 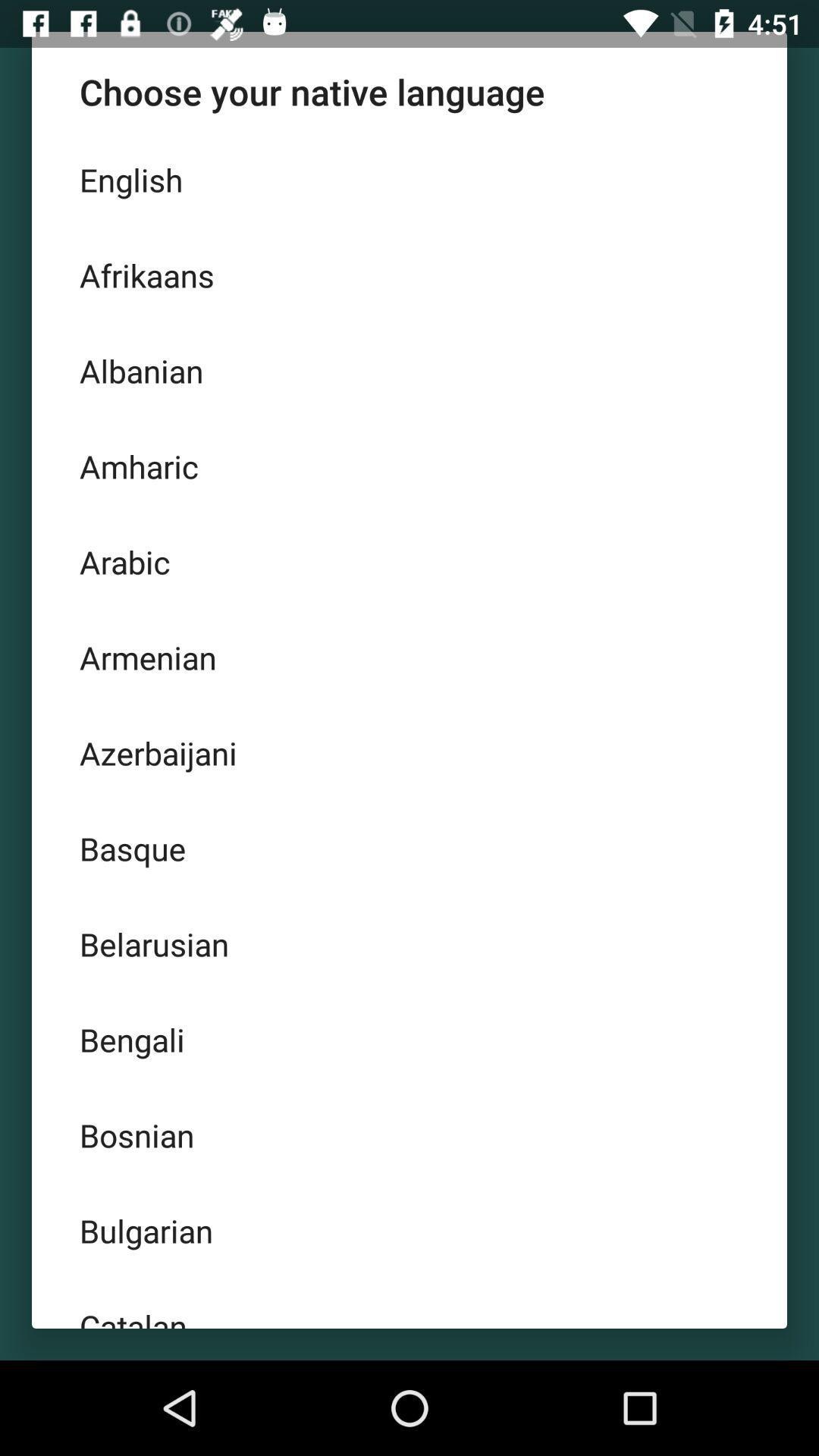 I want to click on the azerbaijani item, so click(x=409, y=753).